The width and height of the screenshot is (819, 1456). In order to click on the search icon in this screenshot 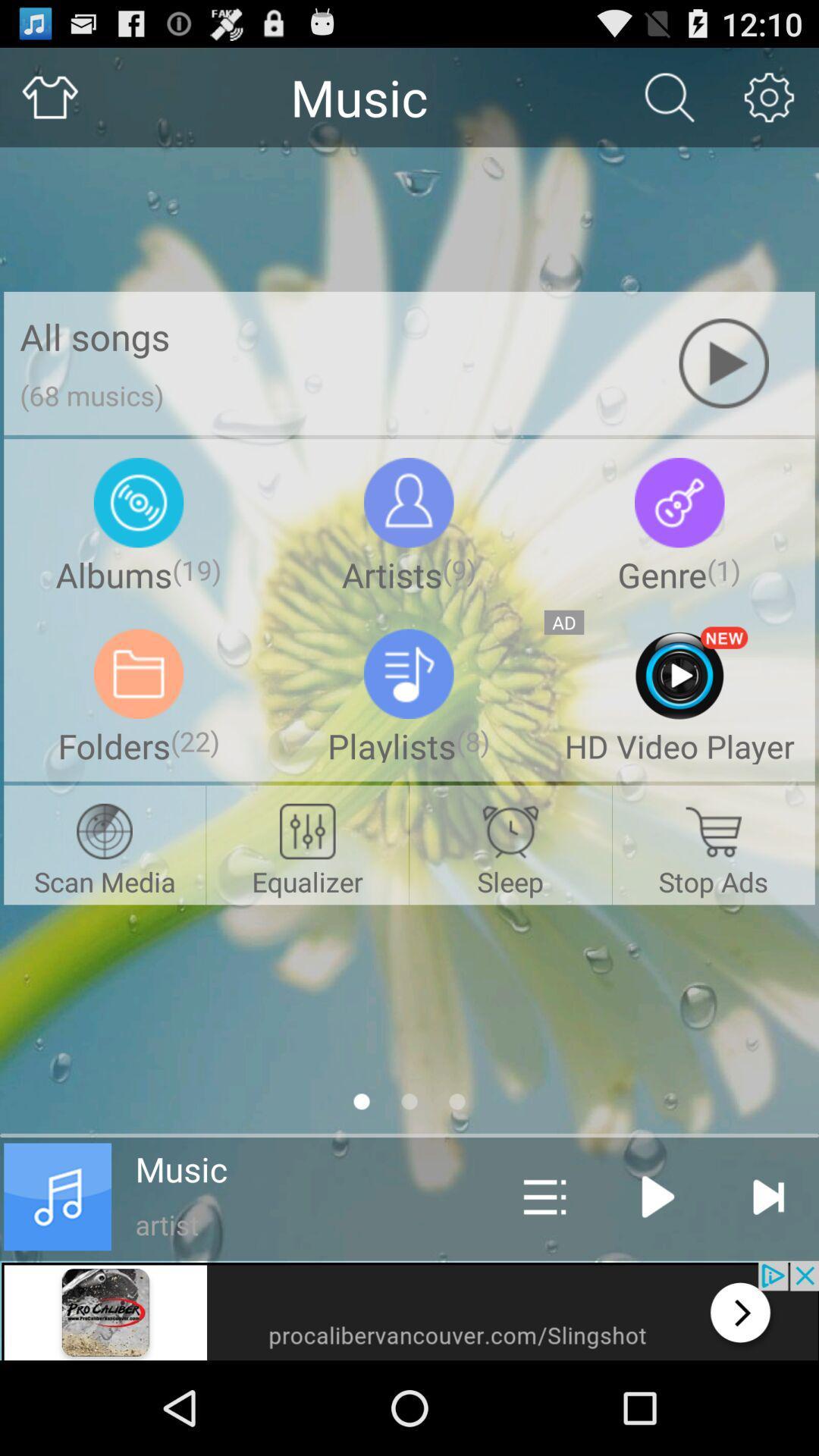, I will do `click(669, 103)`.